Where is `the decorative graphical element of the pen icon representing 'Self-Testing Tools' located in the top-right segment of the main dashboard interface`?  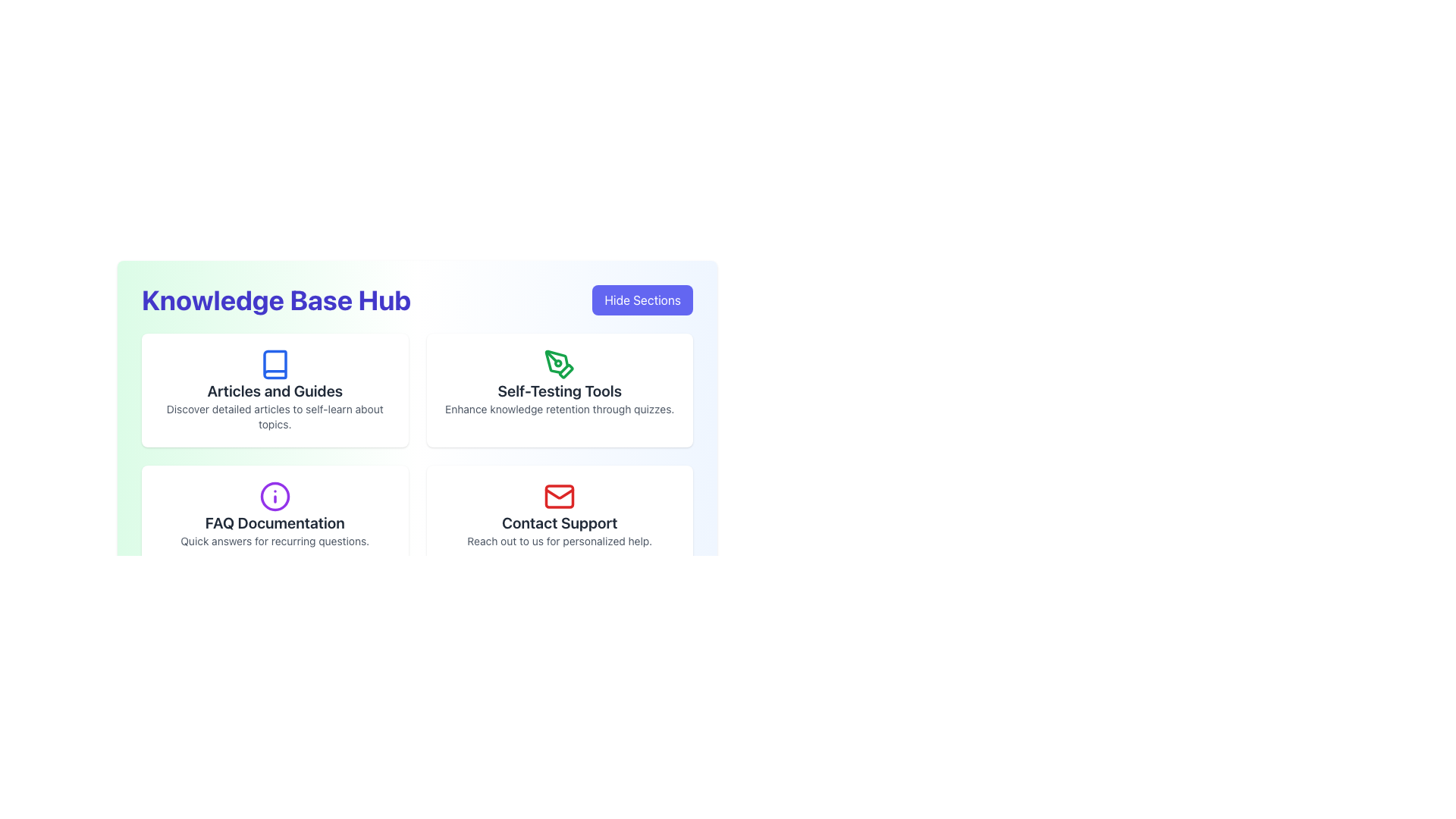 the decorative graphical element of the pen icon representing 'Self-Testing Tools' located in the top-right segment of the main dashboard interface is located at coordinates (566, 371).